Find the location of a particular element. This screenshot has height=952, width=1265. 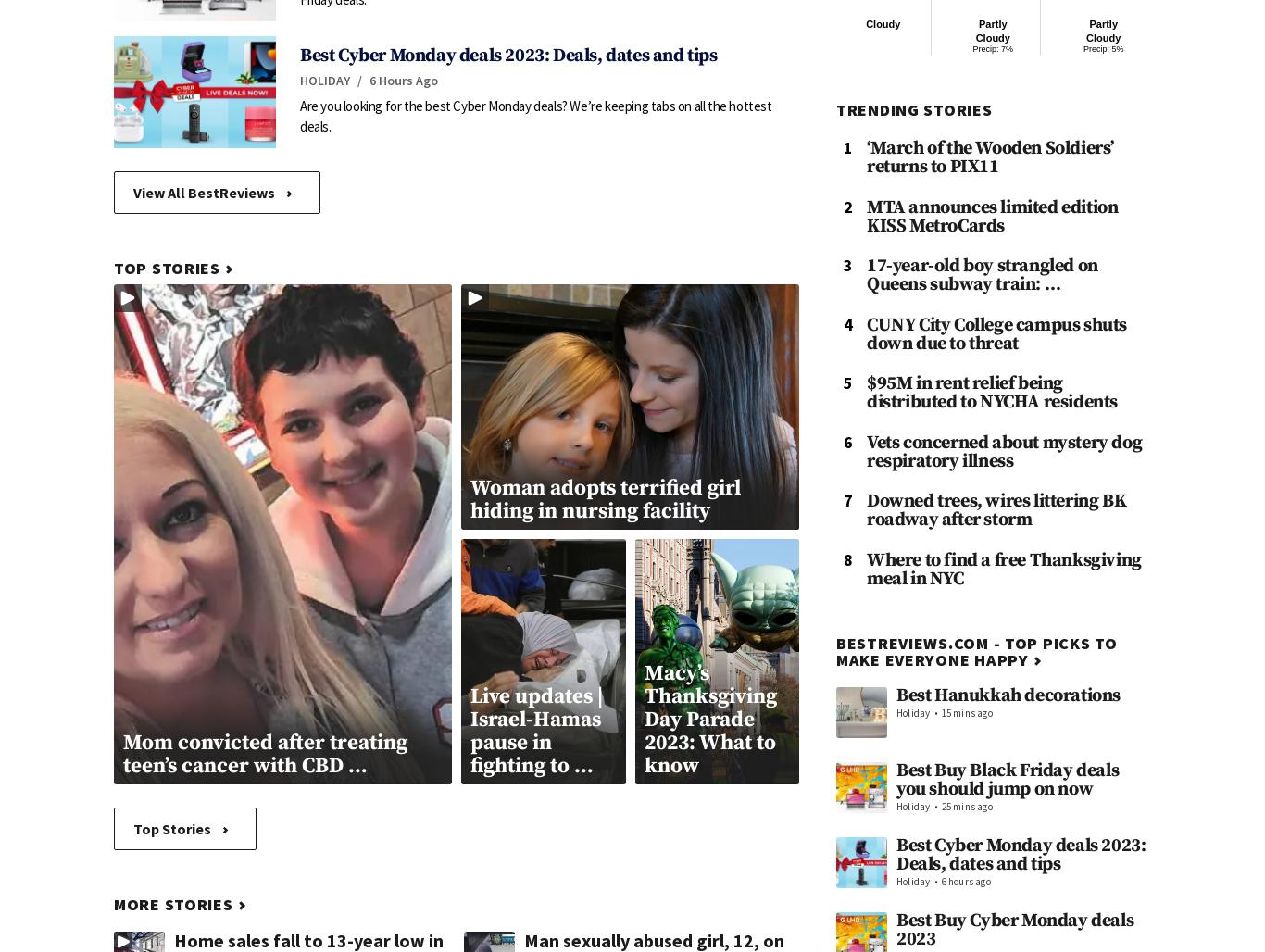

'CUNY City College campus shuts down due to threat' is located at coordinates (996, 332).